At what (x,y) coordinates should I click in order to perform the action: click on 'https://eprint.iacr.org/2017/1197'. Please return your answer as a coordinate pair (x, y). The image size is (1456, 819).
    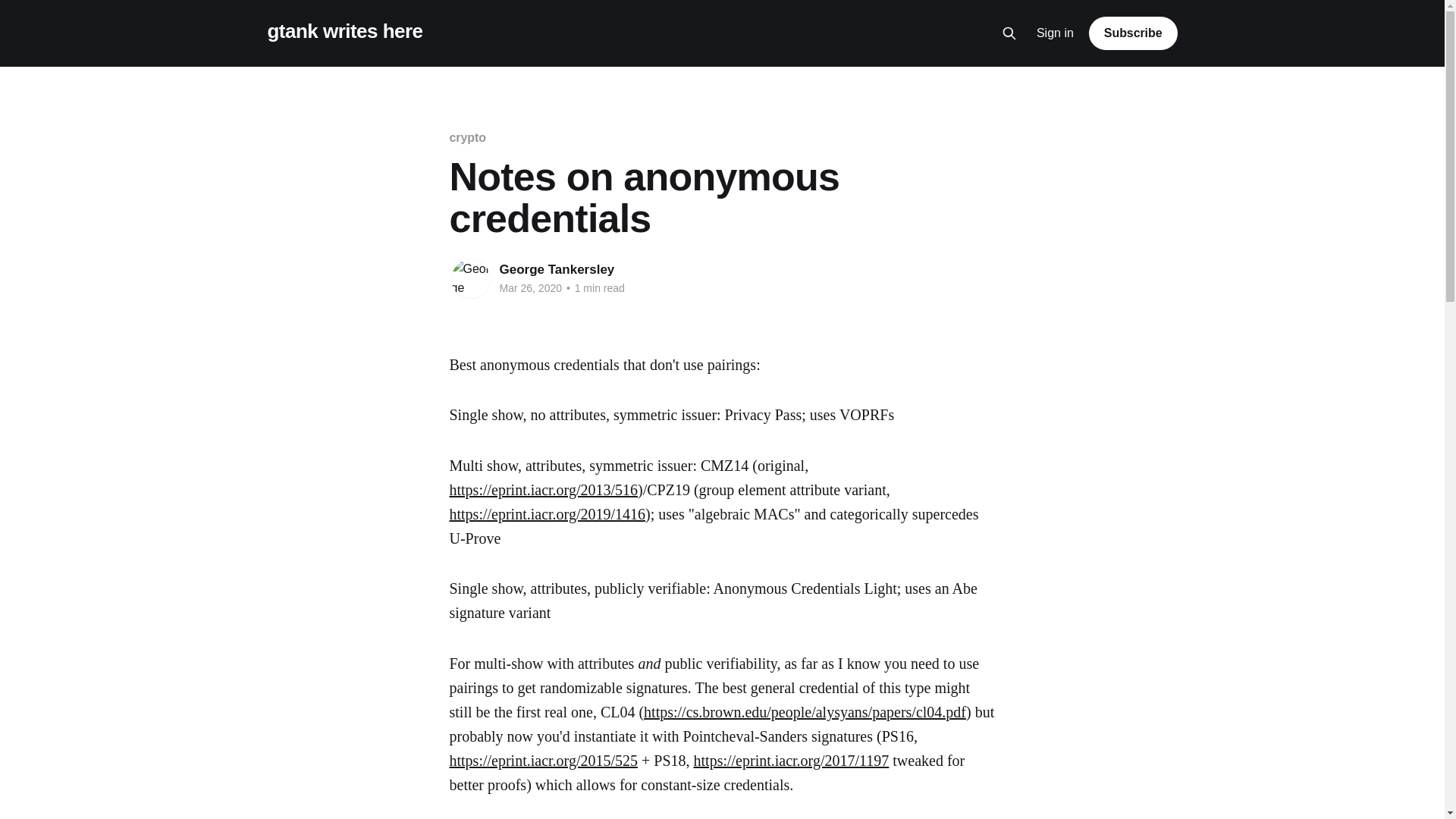
    Looking at the image, I should click on (693, 760).